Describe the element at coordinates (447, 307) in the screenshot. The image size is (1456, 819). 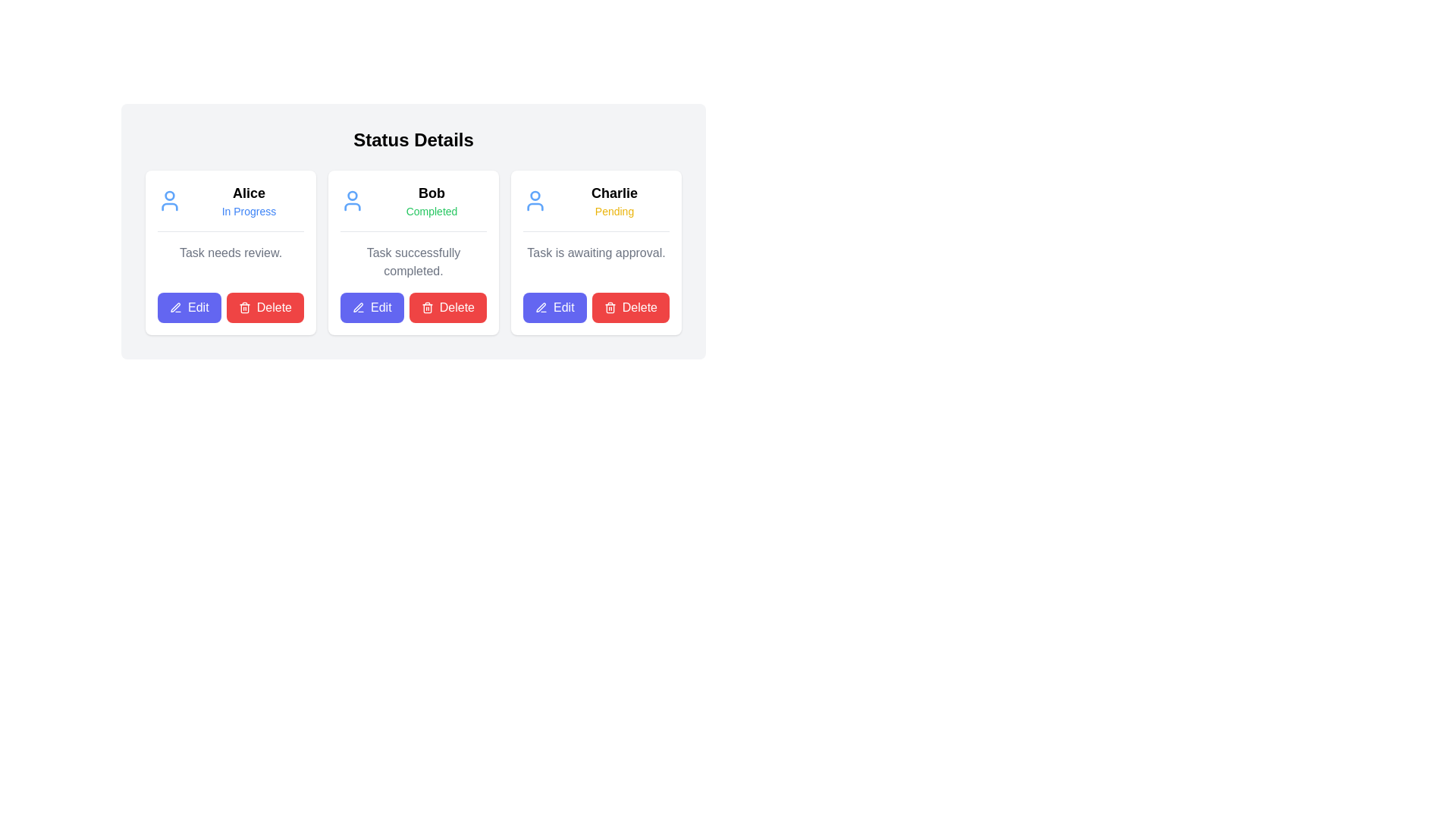
I see `the red 'Delete' button with rounded corners and a trashcan icon` at that location.